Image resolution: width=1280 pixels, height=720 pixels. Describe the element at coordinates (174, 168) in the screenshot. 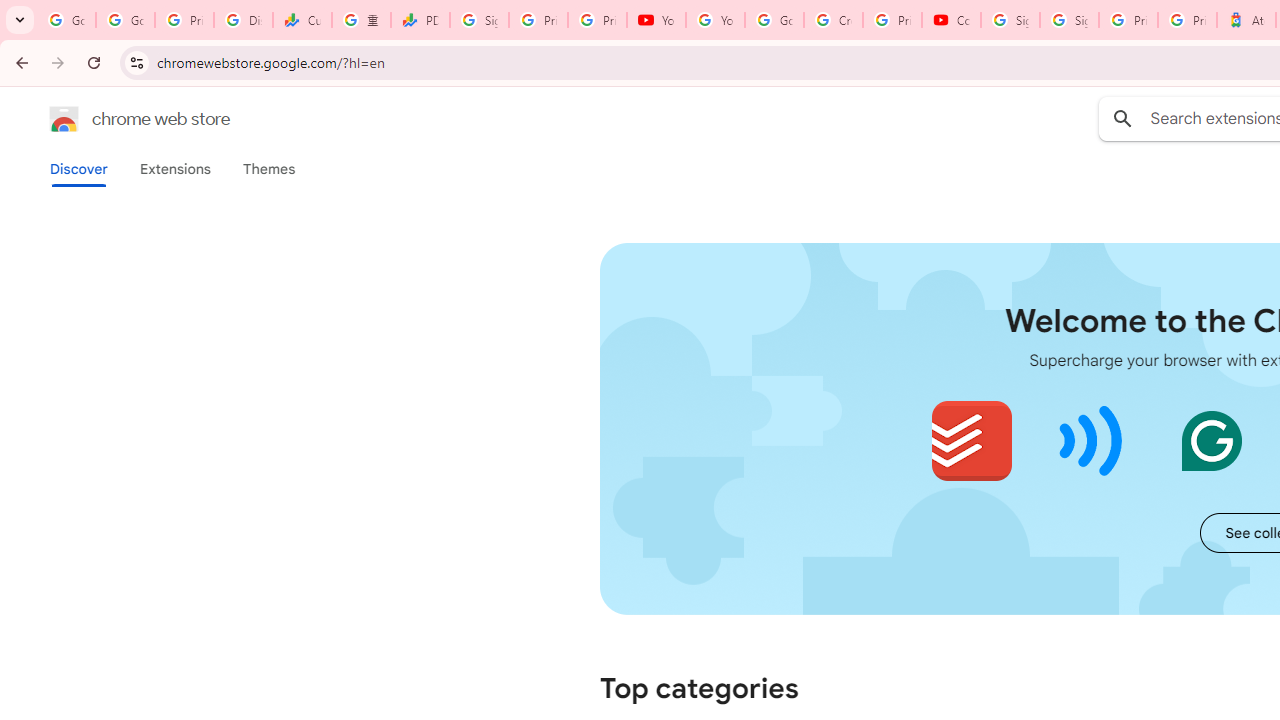

I see `'Extensions'` at that location.